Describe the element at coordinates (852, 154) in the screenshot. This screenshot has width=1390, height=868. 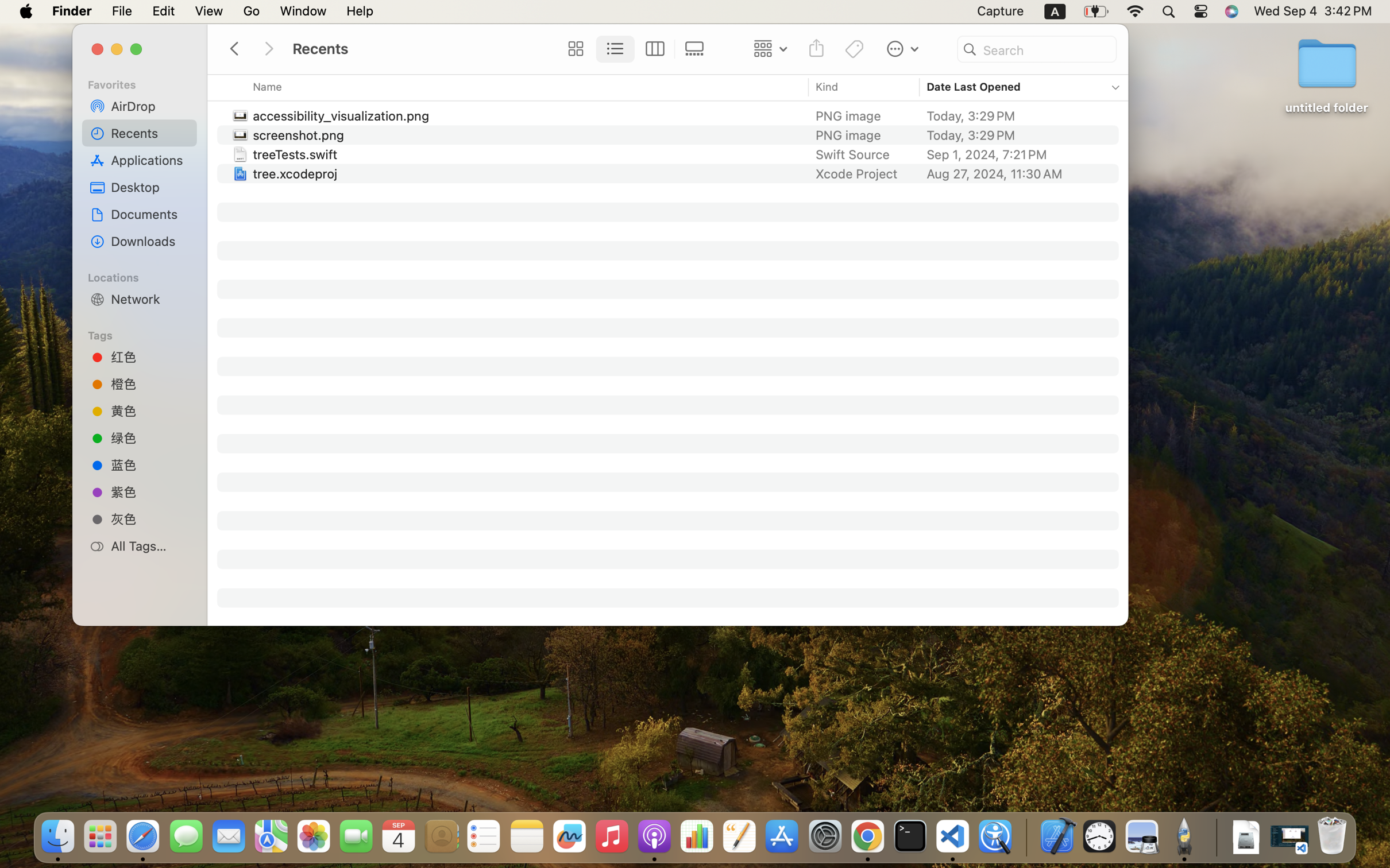
I see `'Swift Source'` at that location.